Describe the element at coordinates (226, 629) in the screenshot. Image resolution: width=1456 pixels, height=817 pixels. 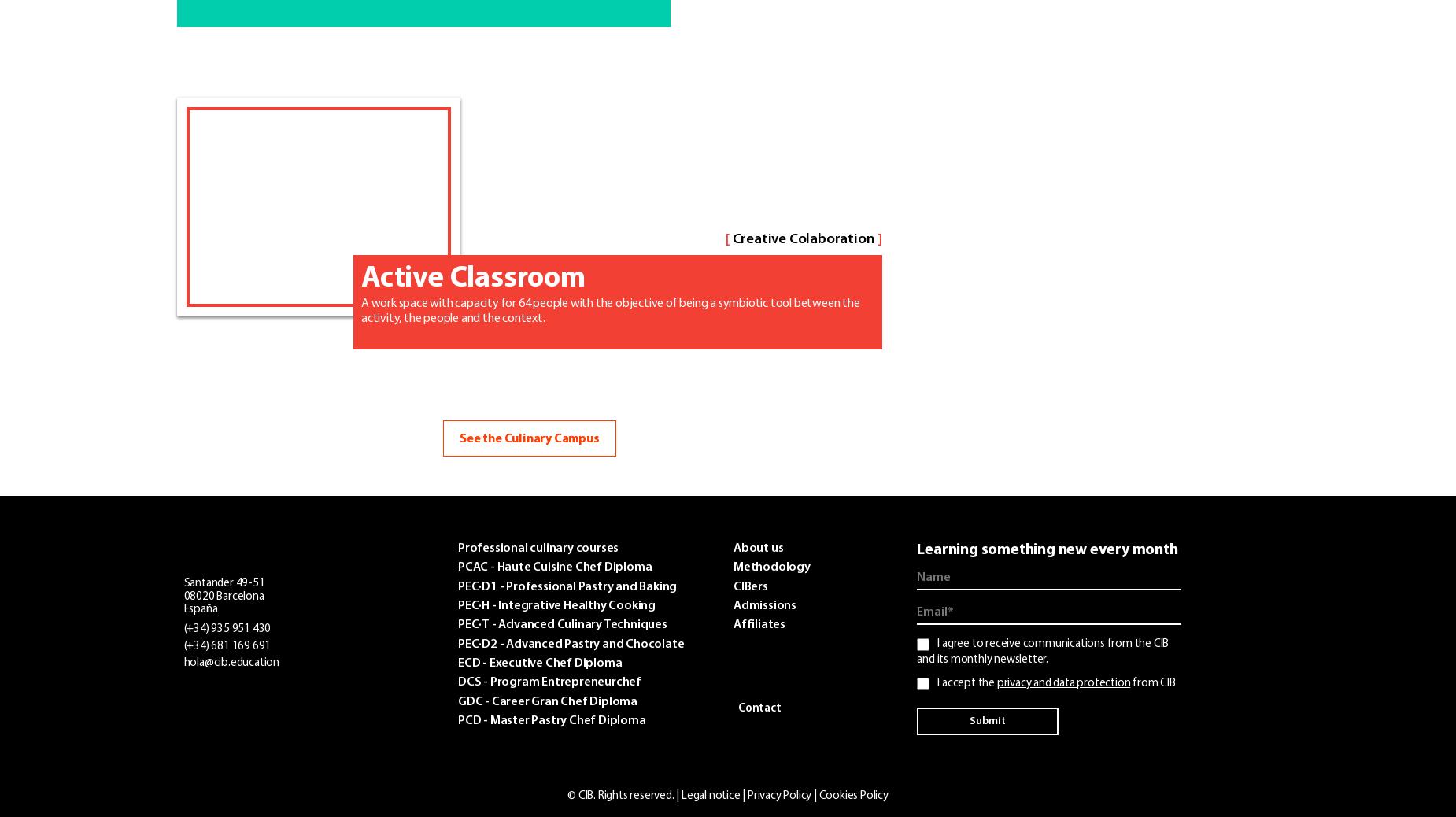
I see `'(+34) 935 951 430'` at that location.